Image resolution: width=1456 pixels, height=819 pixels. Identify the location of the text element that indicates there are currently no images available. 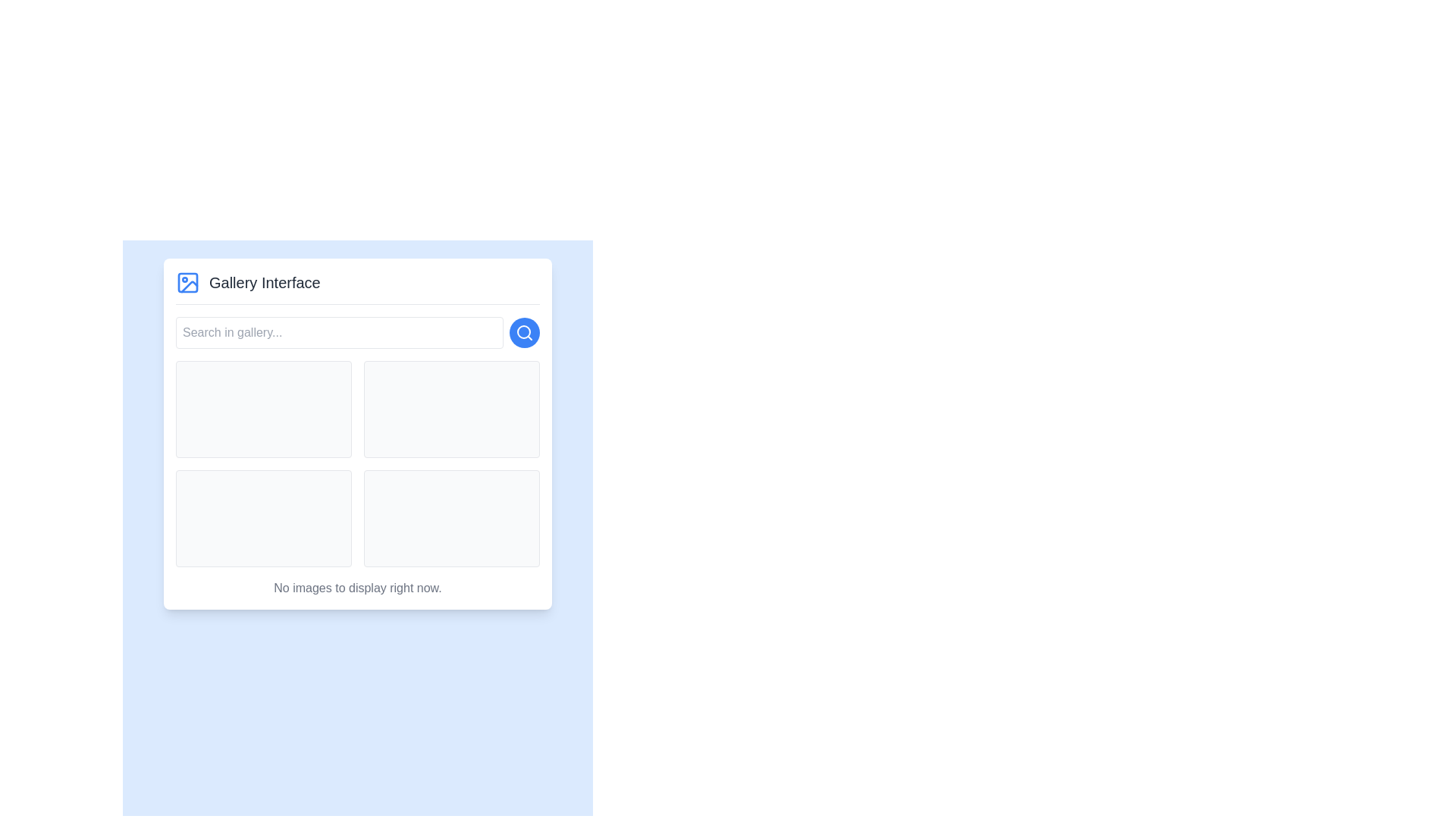
(356, 587).